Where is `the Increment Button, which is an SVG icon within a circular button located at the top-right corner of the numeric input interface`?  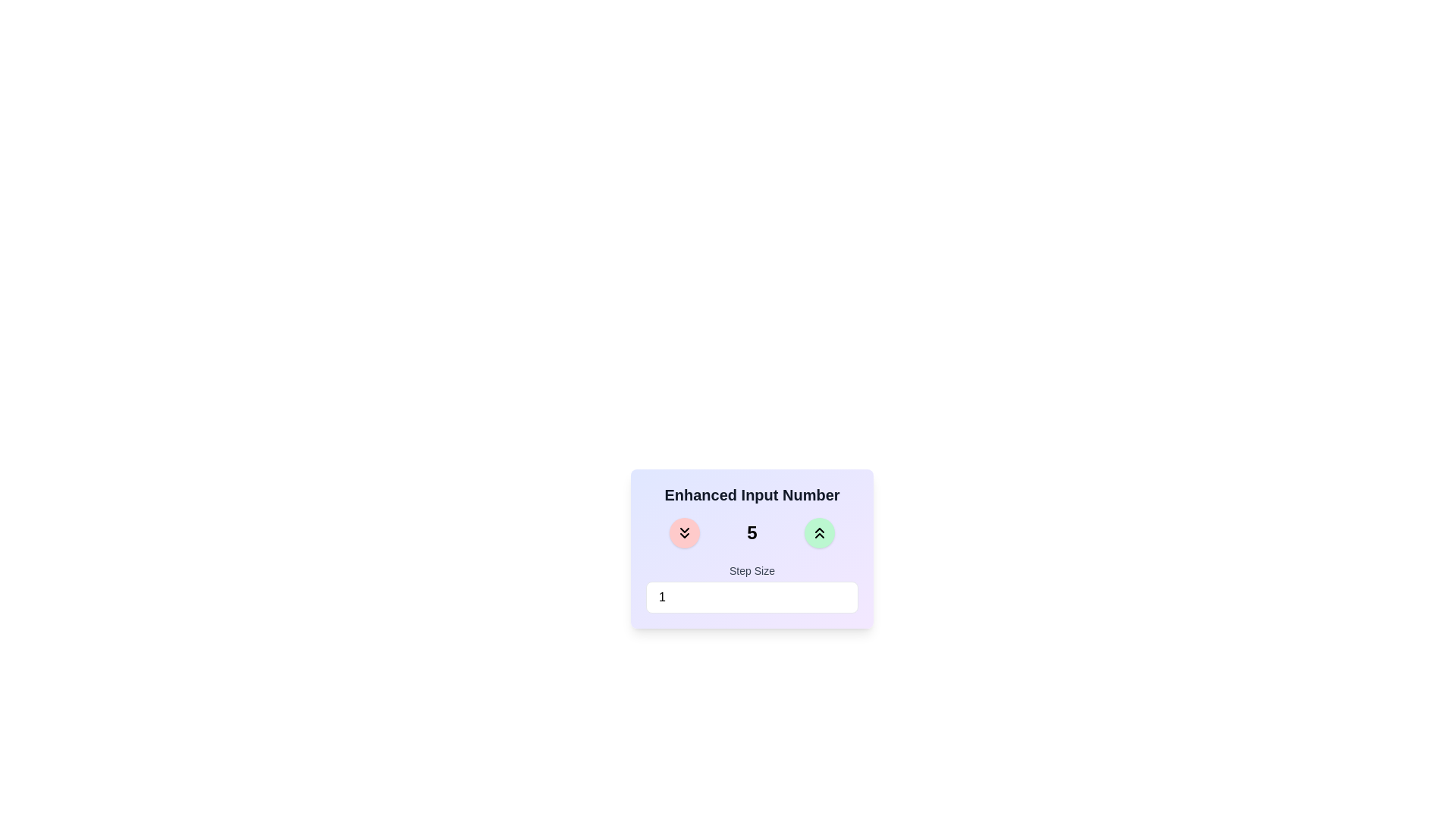 the Increment Button, which is an SVG icon within a circular button located at the top-right corner of the numeric input interface is located at coordinates (818, 532).